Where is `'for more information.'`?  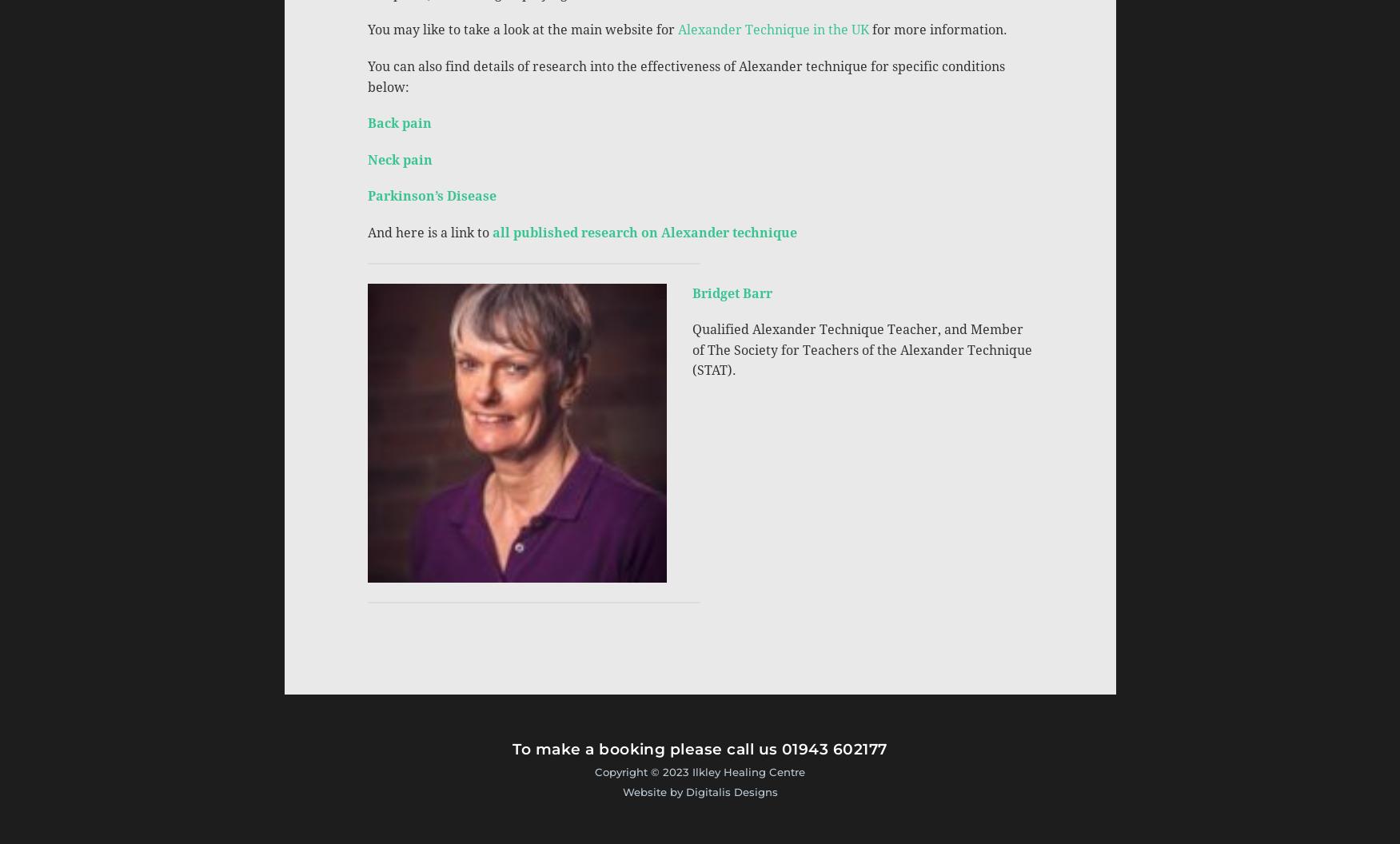 'for more information.' is located at coordinates (936, 30).